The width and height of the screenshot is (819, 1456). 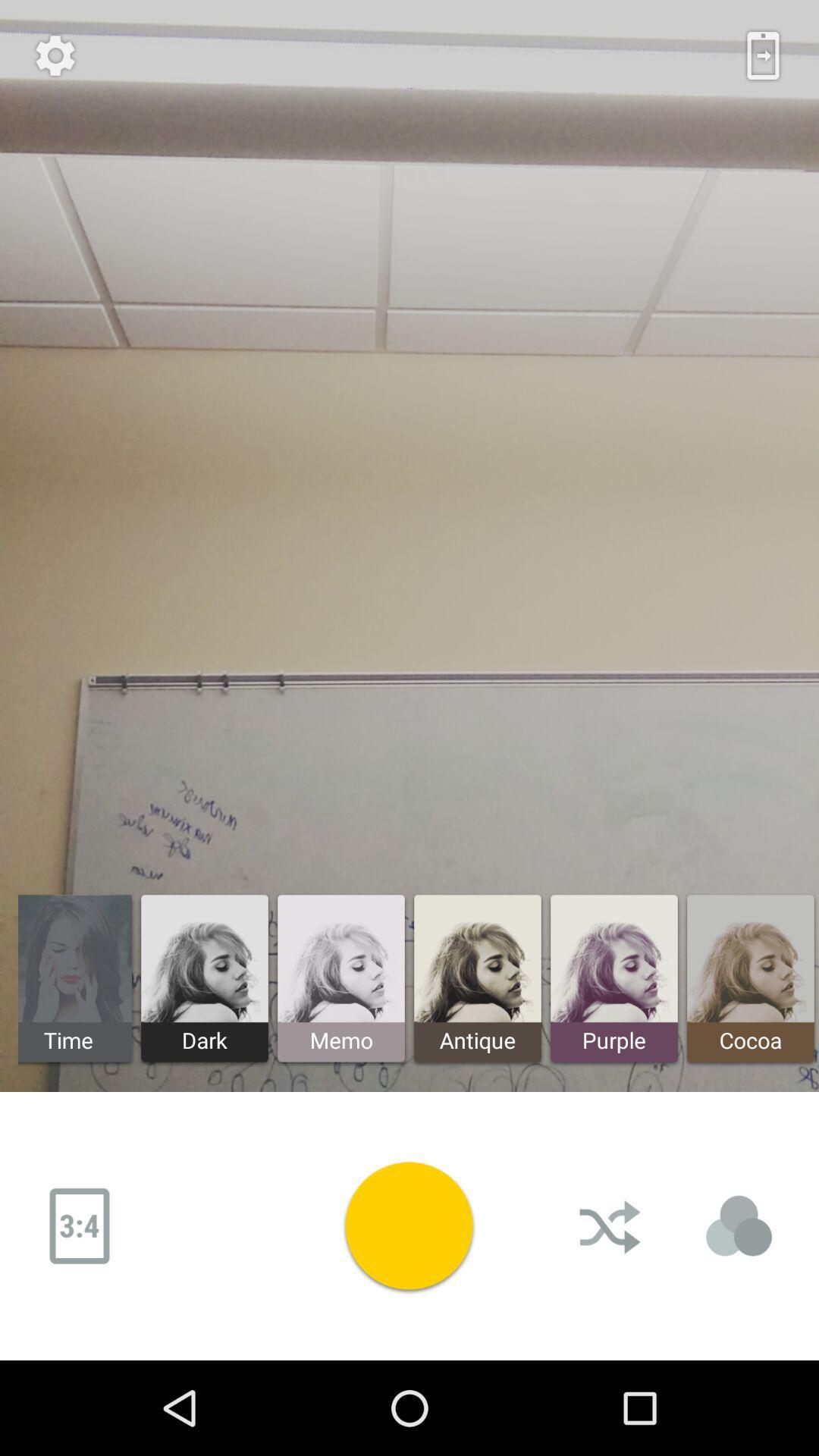 I want to click on colors, so click(x=739, y=1226).